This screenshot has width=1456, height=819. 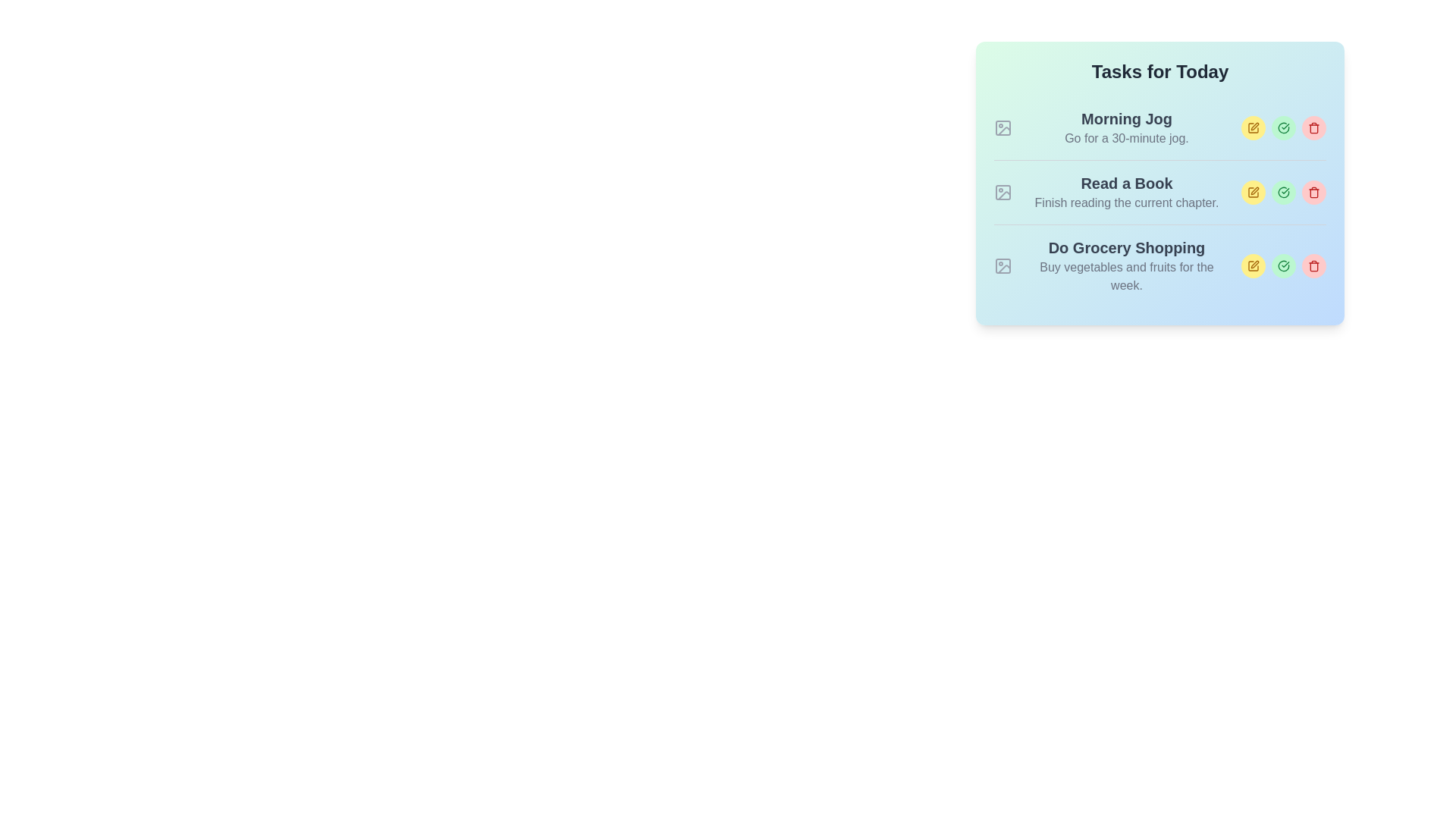 What do you see at coordinates (1283, 192) in the screenshot?
I see `the circular confirmation indicator with a green checkmark to mark the 'Read a Book' task as completed` at bounding box center [1283, 192].